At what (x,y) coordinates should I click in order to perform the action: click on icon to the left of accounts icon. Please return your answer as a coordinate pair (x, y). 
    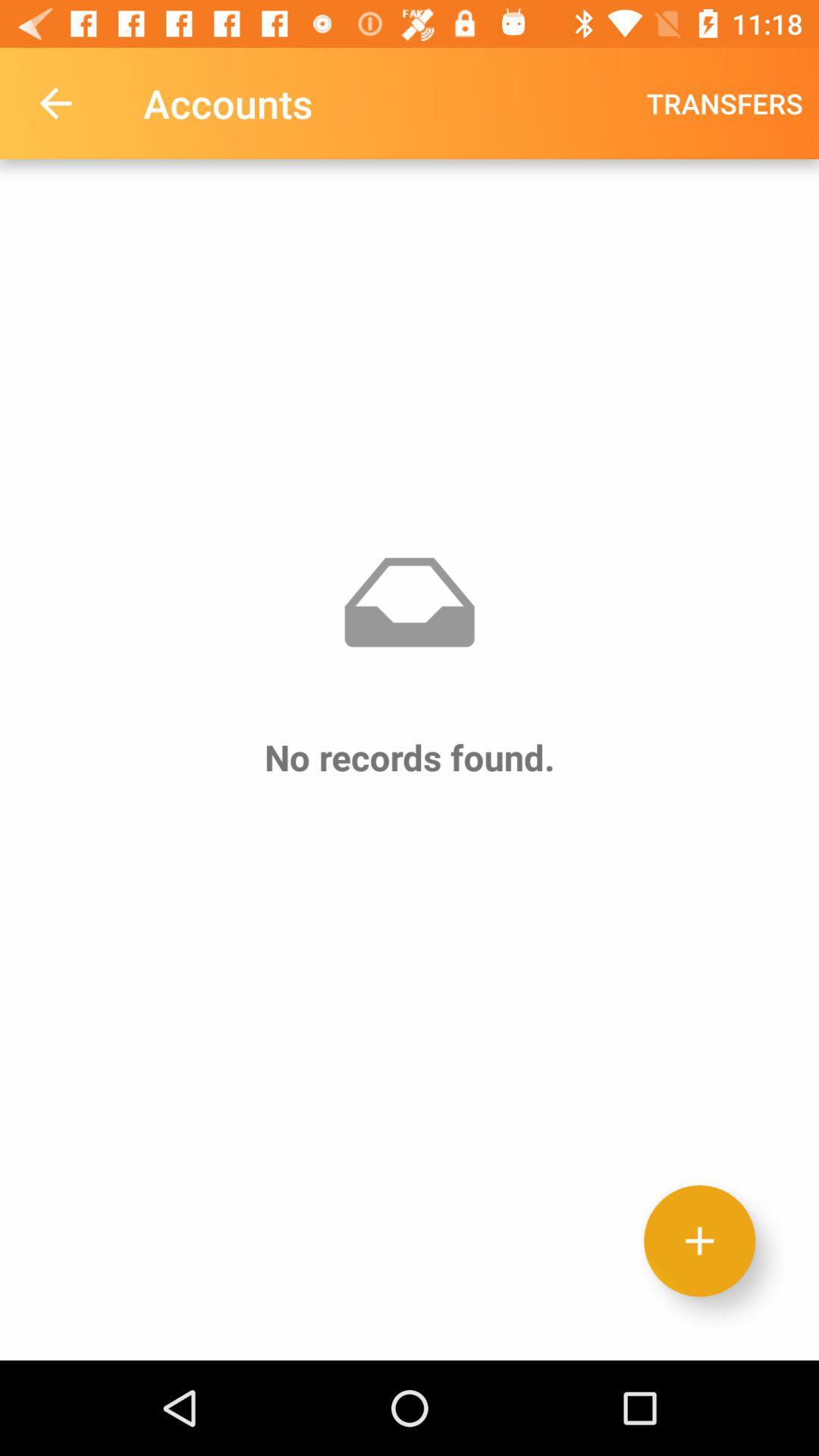
    Looking at the image, I should click on (55, 102).